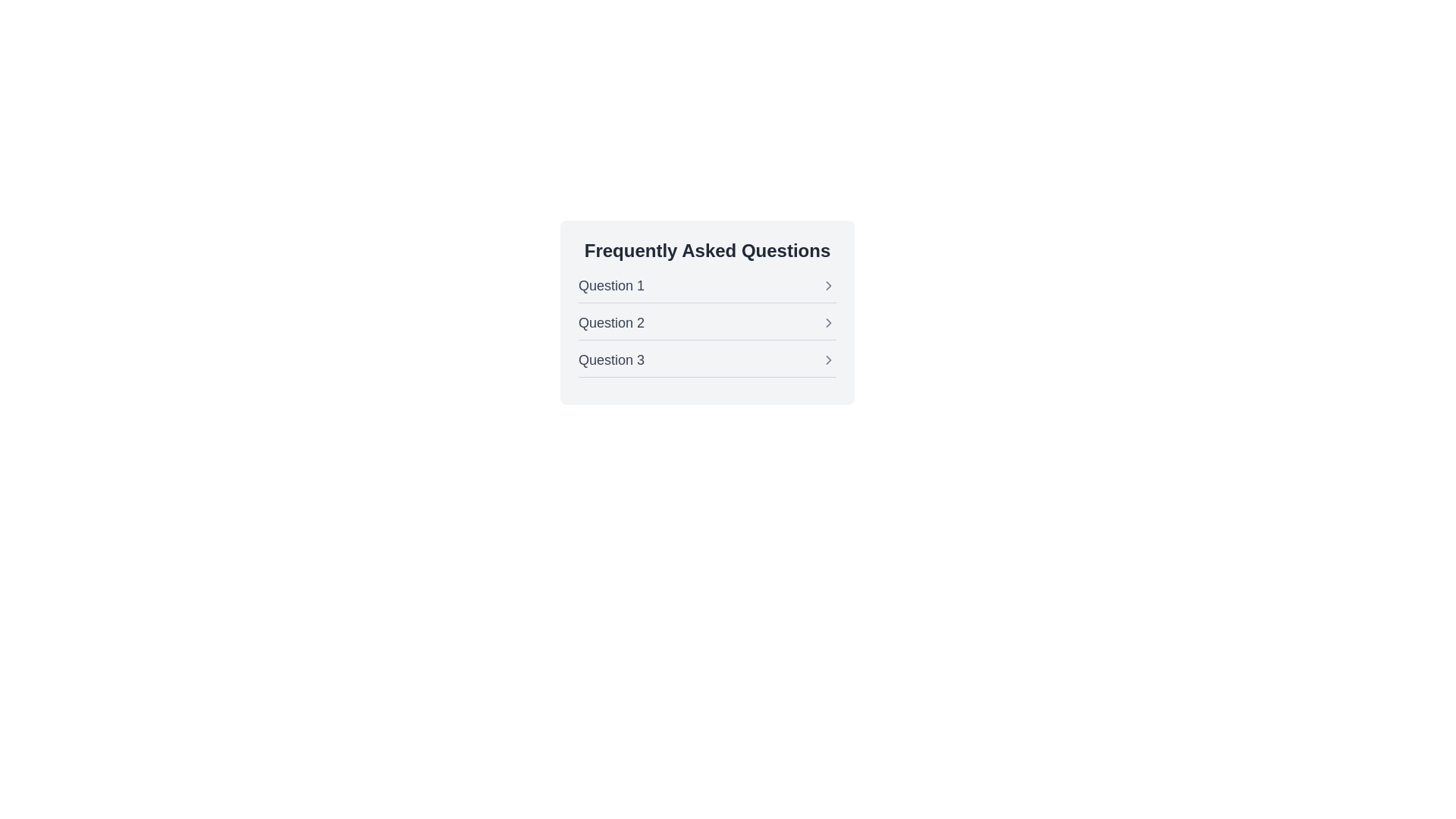  I want to click on the icon to the right of 'Question 2', so click(828, 322).